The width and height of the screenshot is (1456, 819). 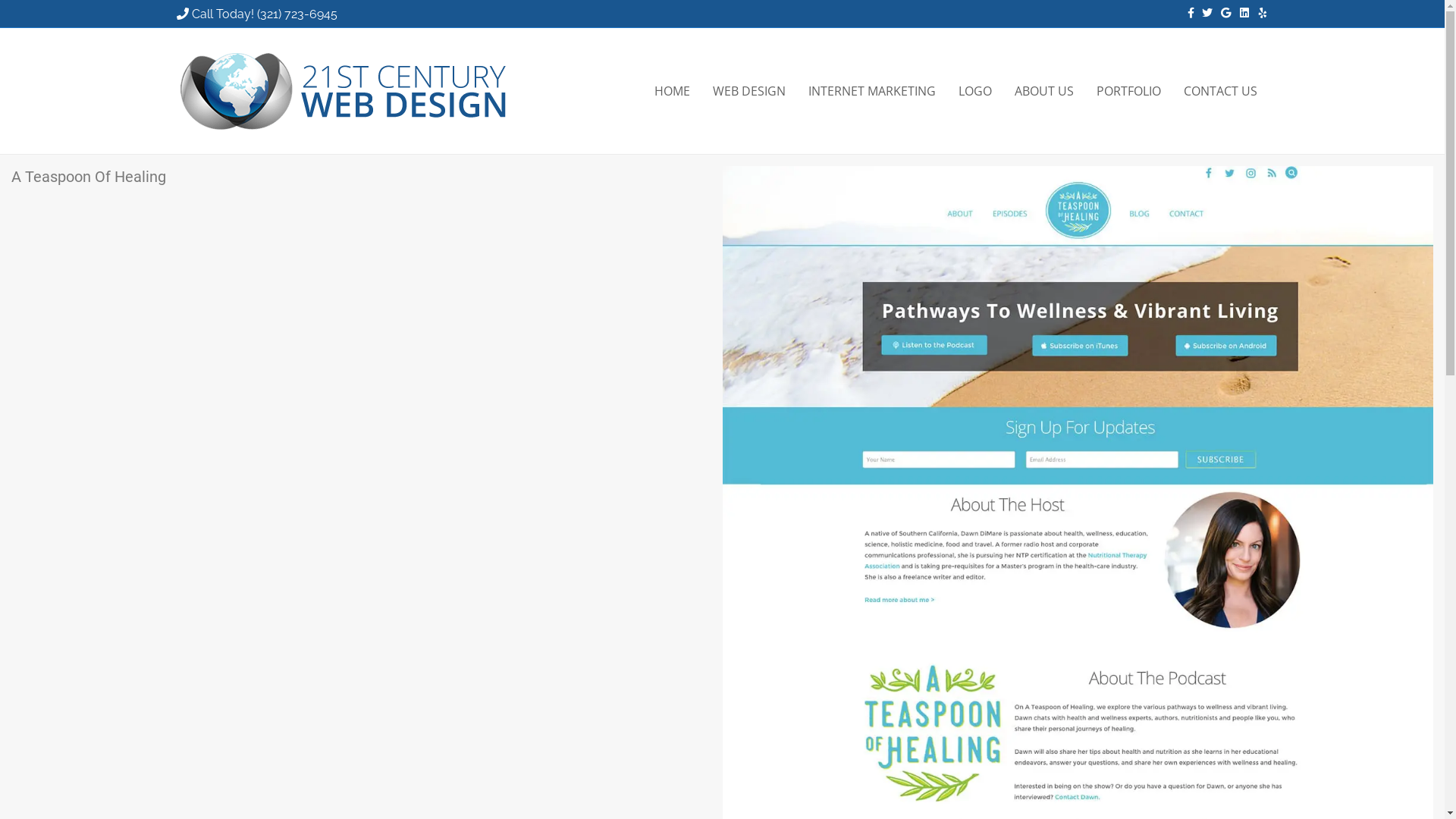 I want to click on 'LOGO', so click(x=974, y=90).